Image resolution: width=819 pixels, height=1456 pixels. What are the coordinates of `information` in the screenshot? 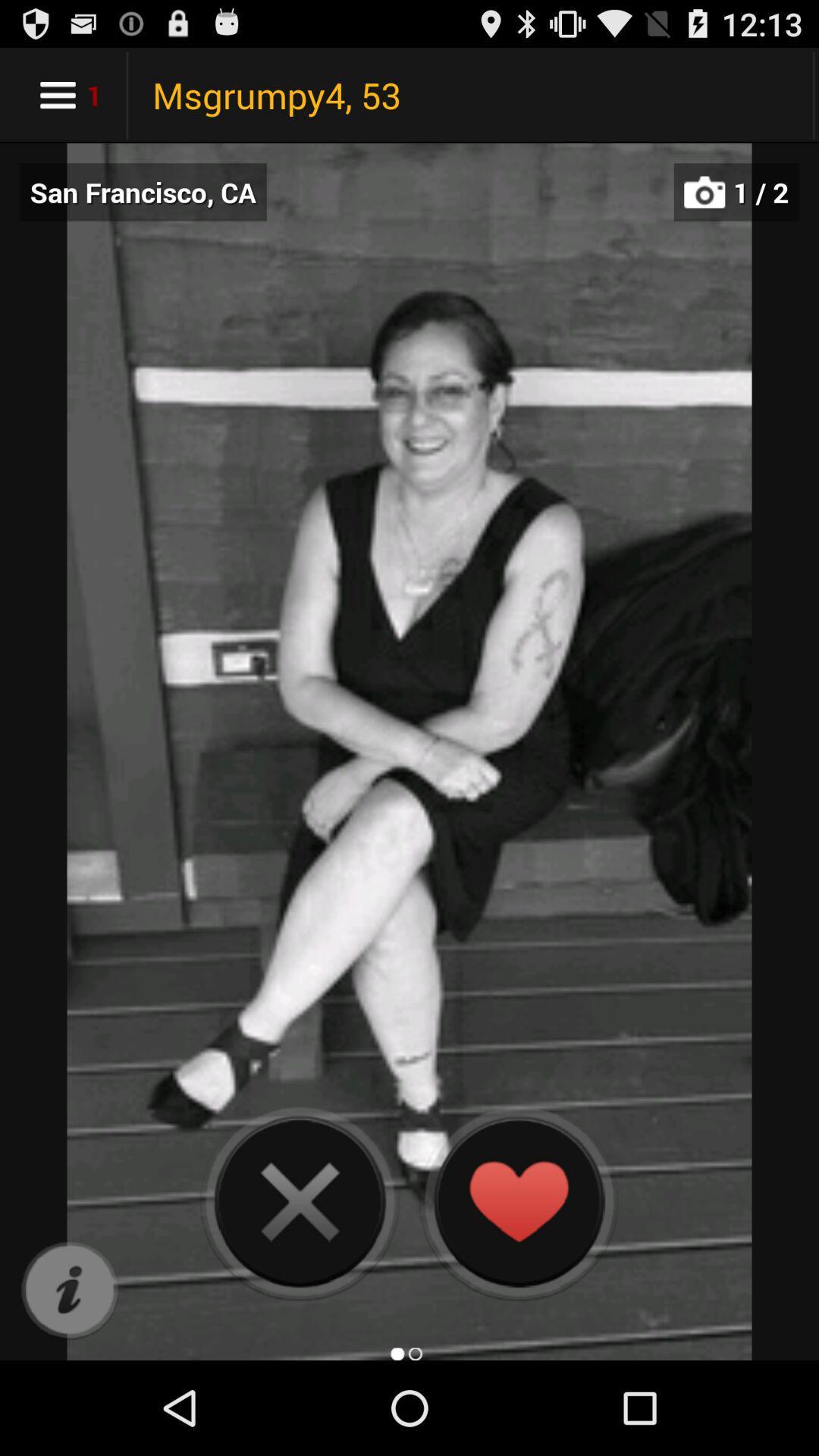 It's located at (69, 1290).